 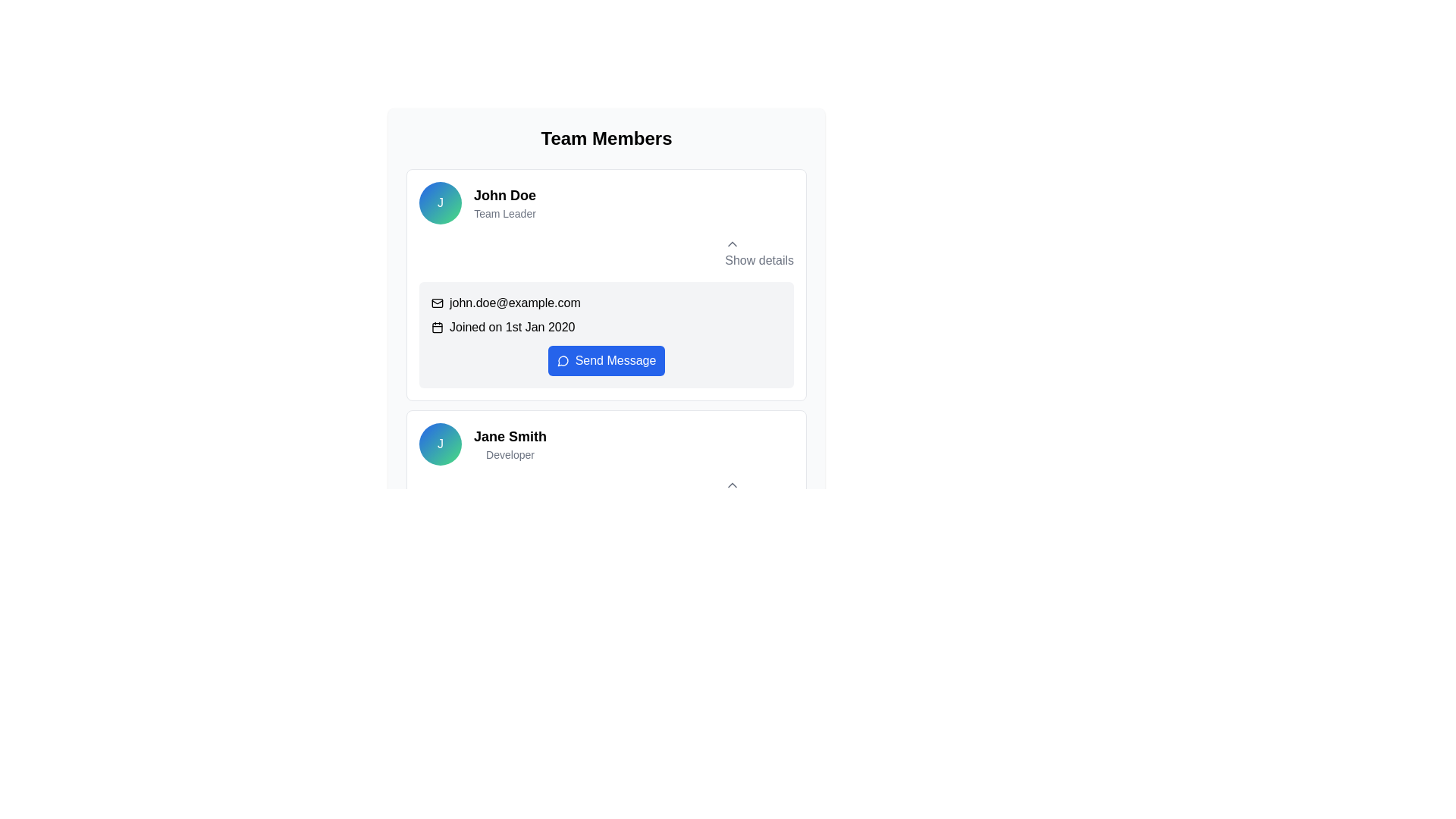 What do you see at coordinates (436, 303) in the screenshot?
I see `the email icon located to the left of the email address 'john.doe@example.com' in the user card for 'John Doe'` at bounding box center [436, 303].